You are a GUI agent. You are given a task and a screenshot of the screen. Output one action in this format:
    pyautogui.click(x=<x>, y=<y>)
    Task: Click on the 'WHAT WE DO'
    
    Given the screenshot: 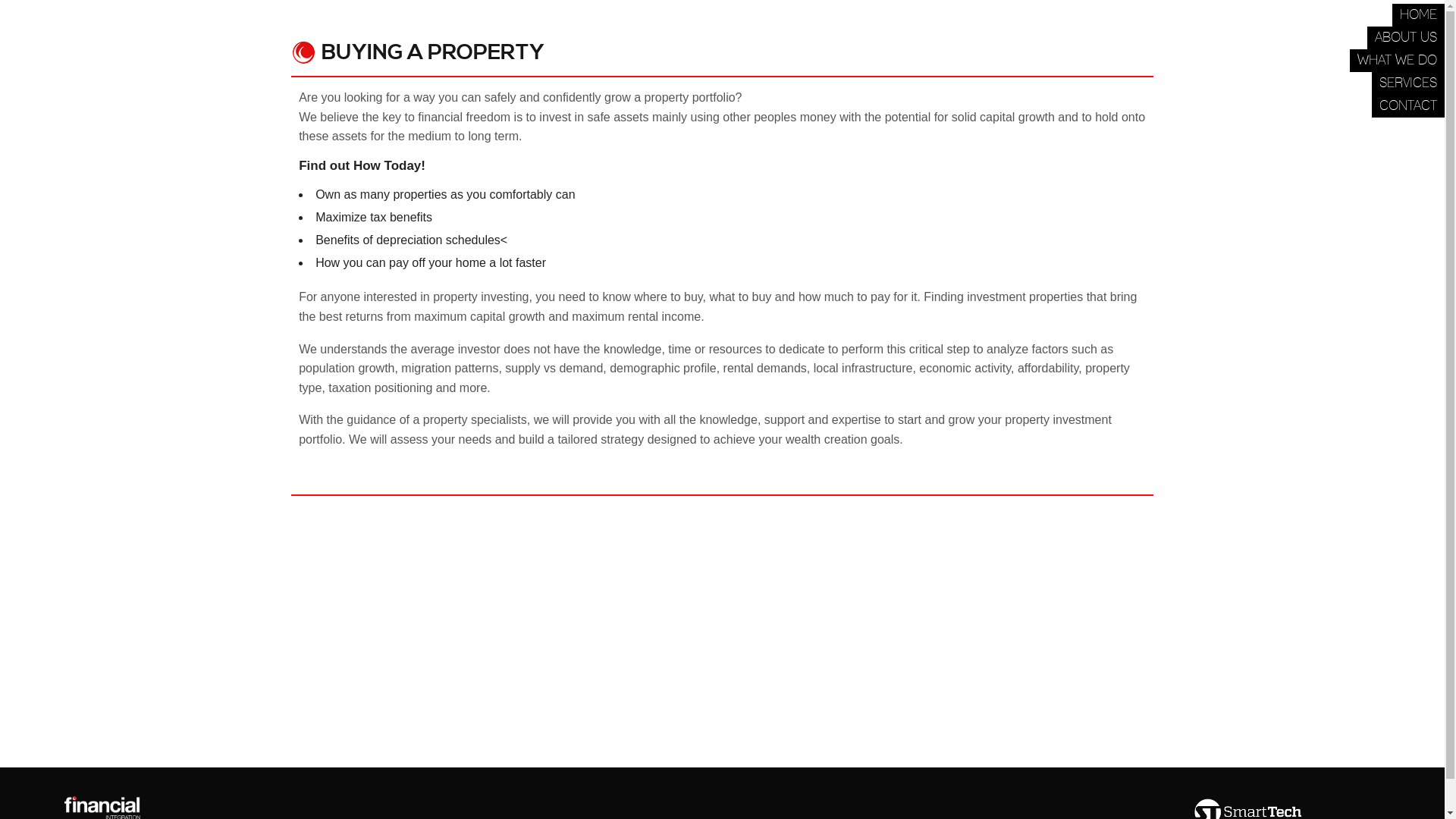 What is the action you would take?
    pyautogui.click(x=1396, y=60)
    